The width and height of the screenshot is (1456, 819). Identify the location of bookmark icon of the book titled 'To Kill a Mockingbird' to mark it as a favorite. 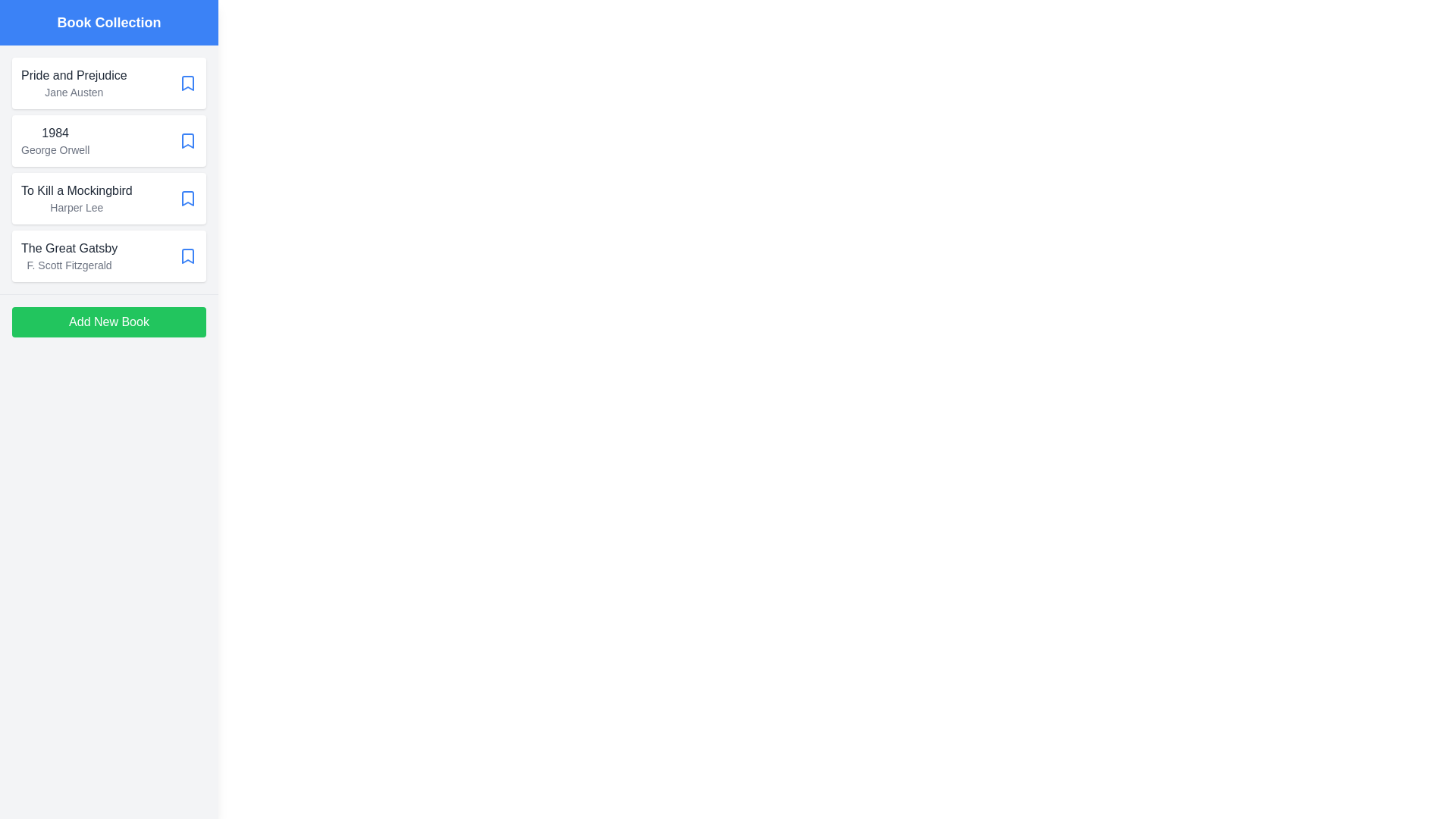
(187, 198).